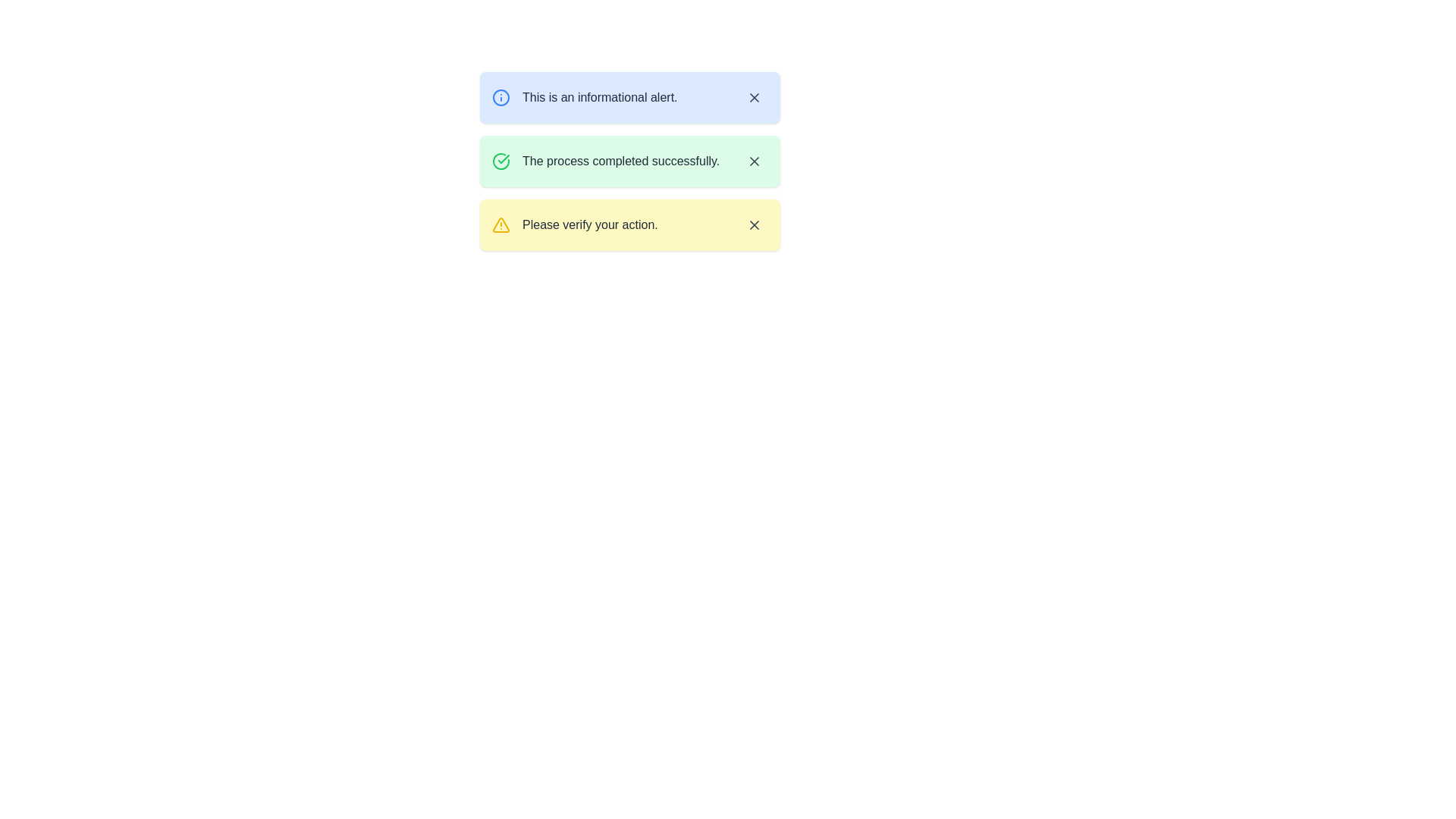 The image size is (1456, 819). Describe the element at coordinates (589, 225) in the screenshot. I see `cautionary message text from the text label located in the lower-most alert message box, which is horizontally centered and positioned to the right of an alert icon` at that location.